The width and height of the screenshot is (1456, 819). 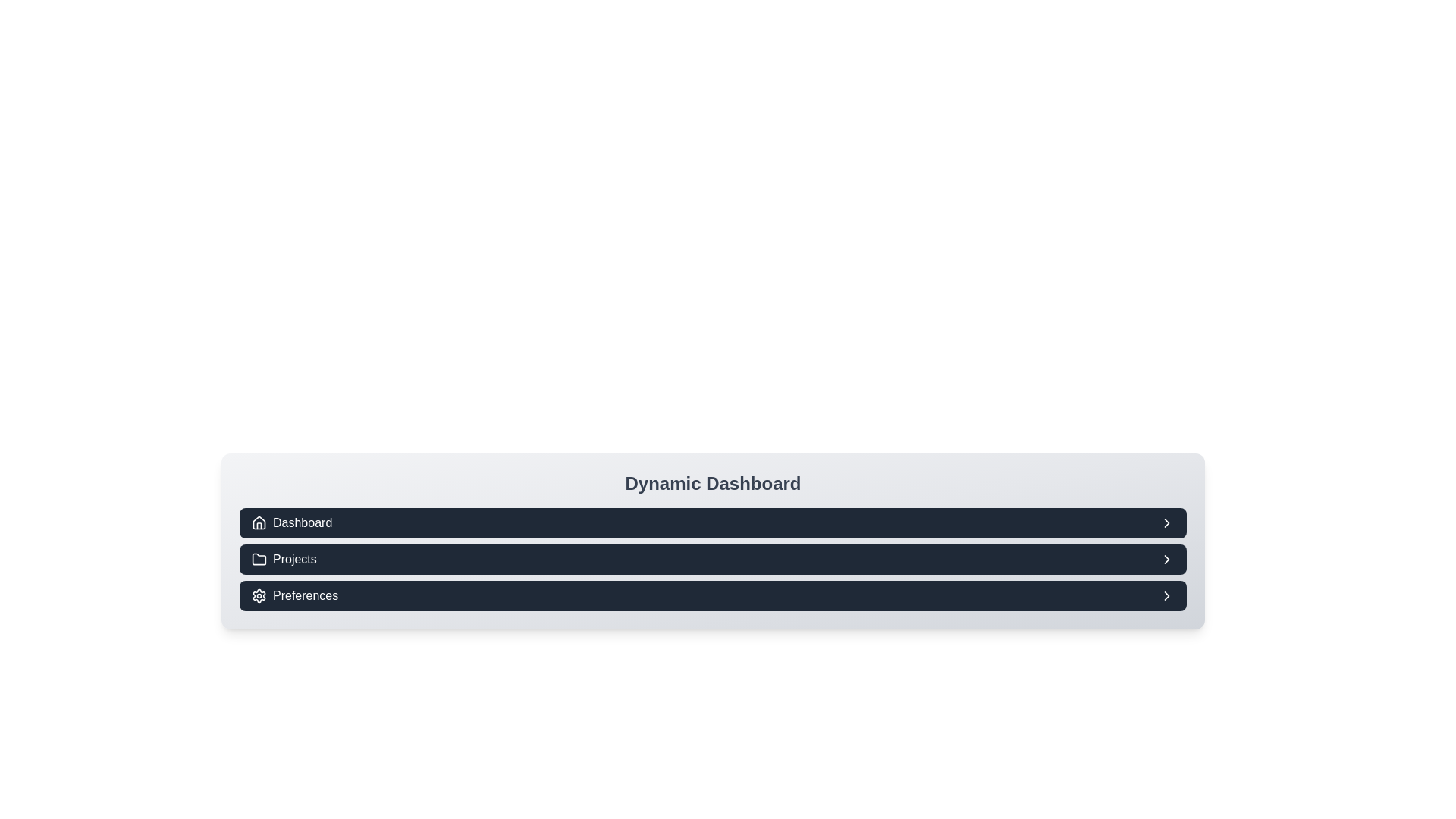 What do you see at coordinates (284, 559) in the screenshot?
I see `label content of the 'Projects' text label located in the navigation menu, which is horizontally aligned with a folder icon to the left` at bounding box center [284, 559].